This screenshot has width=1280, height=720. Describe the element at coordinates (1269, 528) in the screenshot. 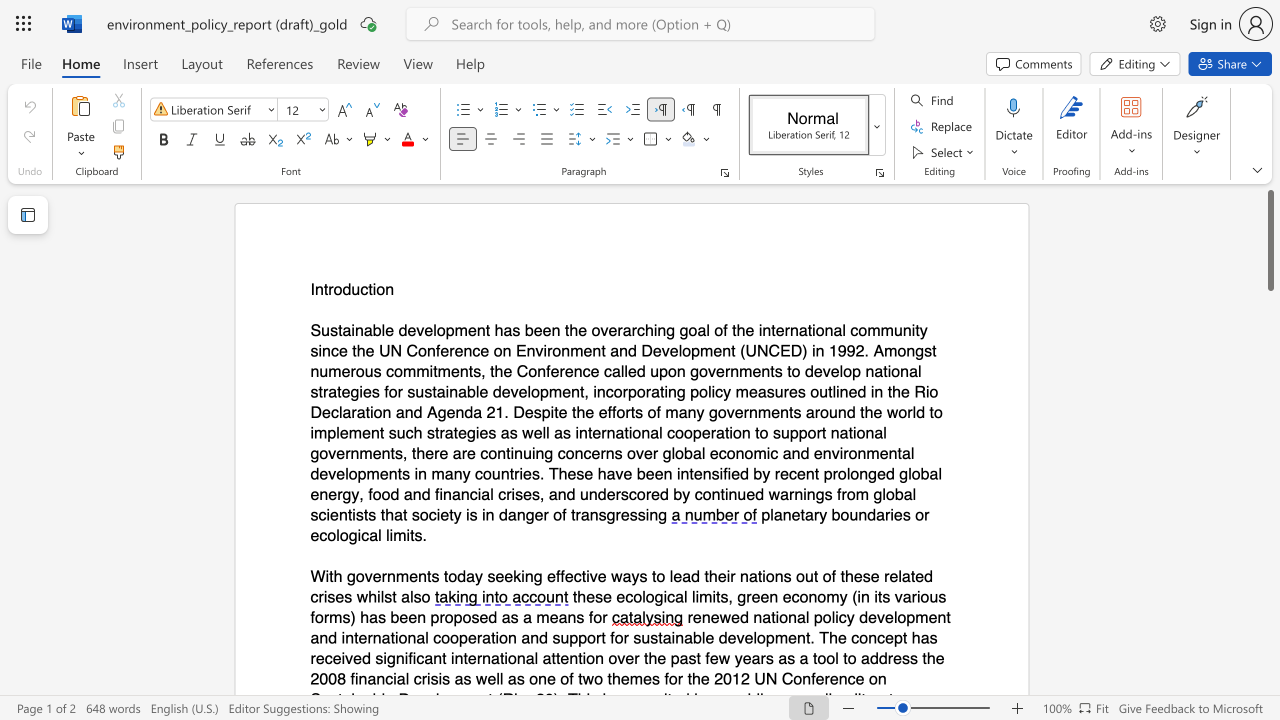

I see `the scrollbar to move the page down` at that location.